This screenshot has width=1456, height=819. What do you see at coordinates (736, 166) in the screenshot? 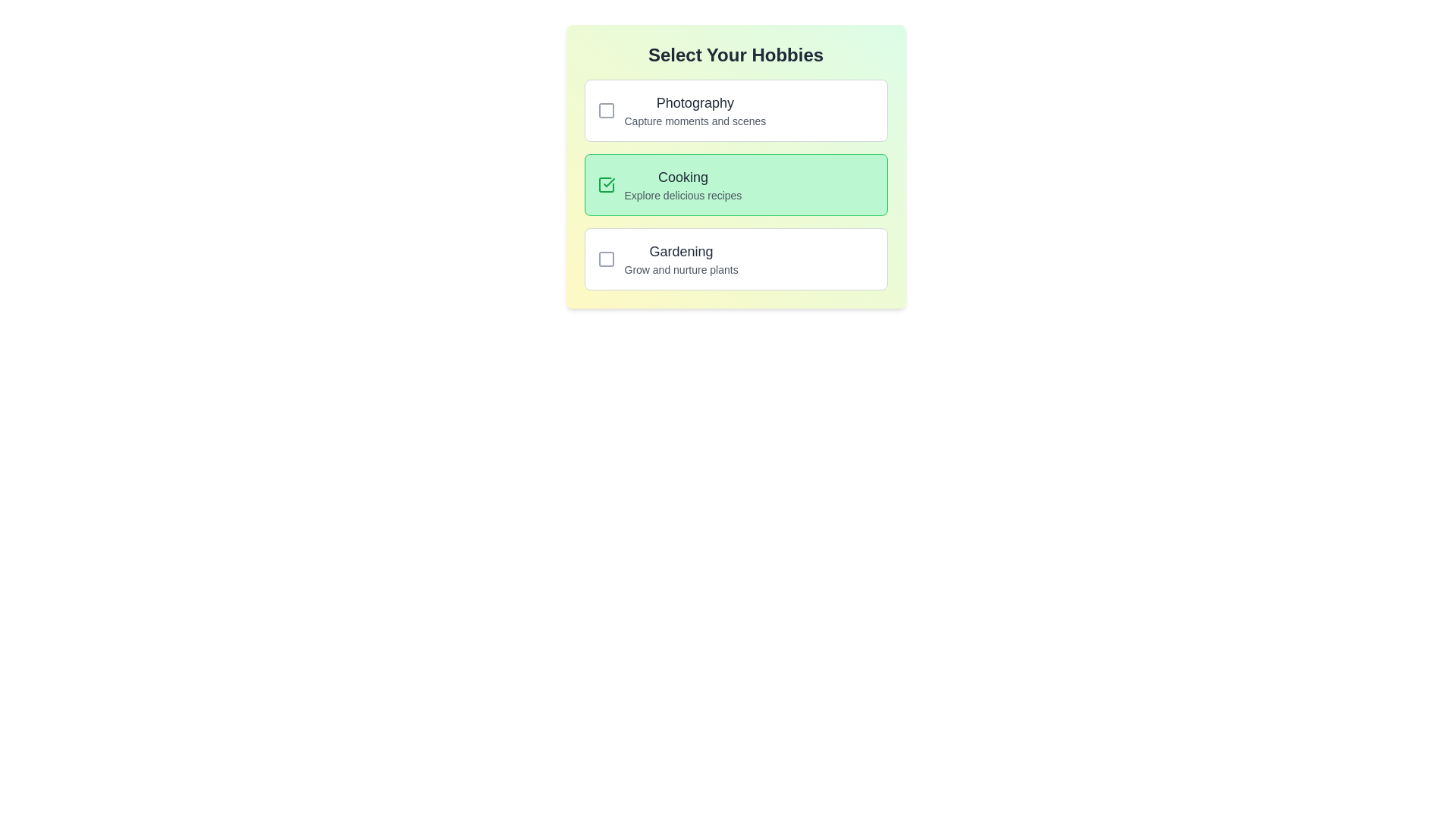
I see `the checkbox for the hobby 'Cooking'` at bounding box center [736, 166].